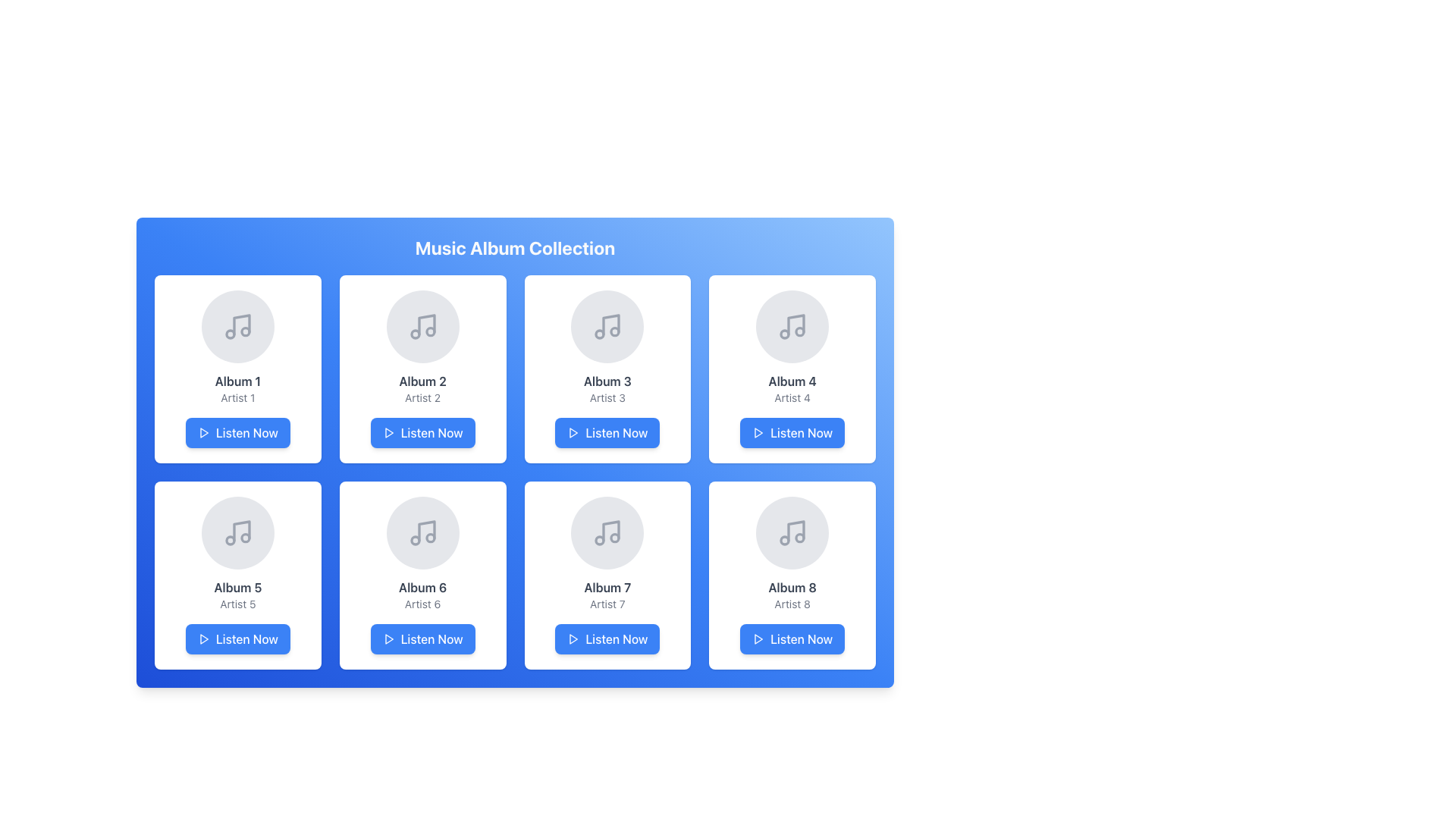 The height and width of the screenshot is (819, 1456). What do you see at coordinates (573, 432) in the screenshot?
I see `the triangular 'play' icon outlined in the current color that is located within the blue 'Listen Now' button under the 'Album 3' card in the album grid` at bounding box center [573, 432].